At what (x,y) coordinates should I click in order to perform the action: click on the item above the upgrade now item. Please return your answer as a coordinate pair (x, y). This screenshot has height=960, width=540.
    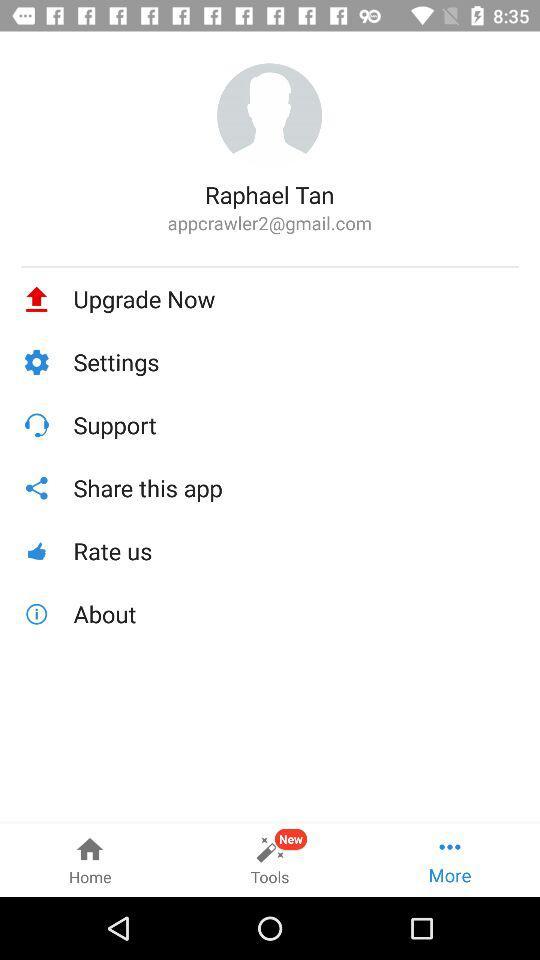
    Looking at the image, I should click on (270, 265).